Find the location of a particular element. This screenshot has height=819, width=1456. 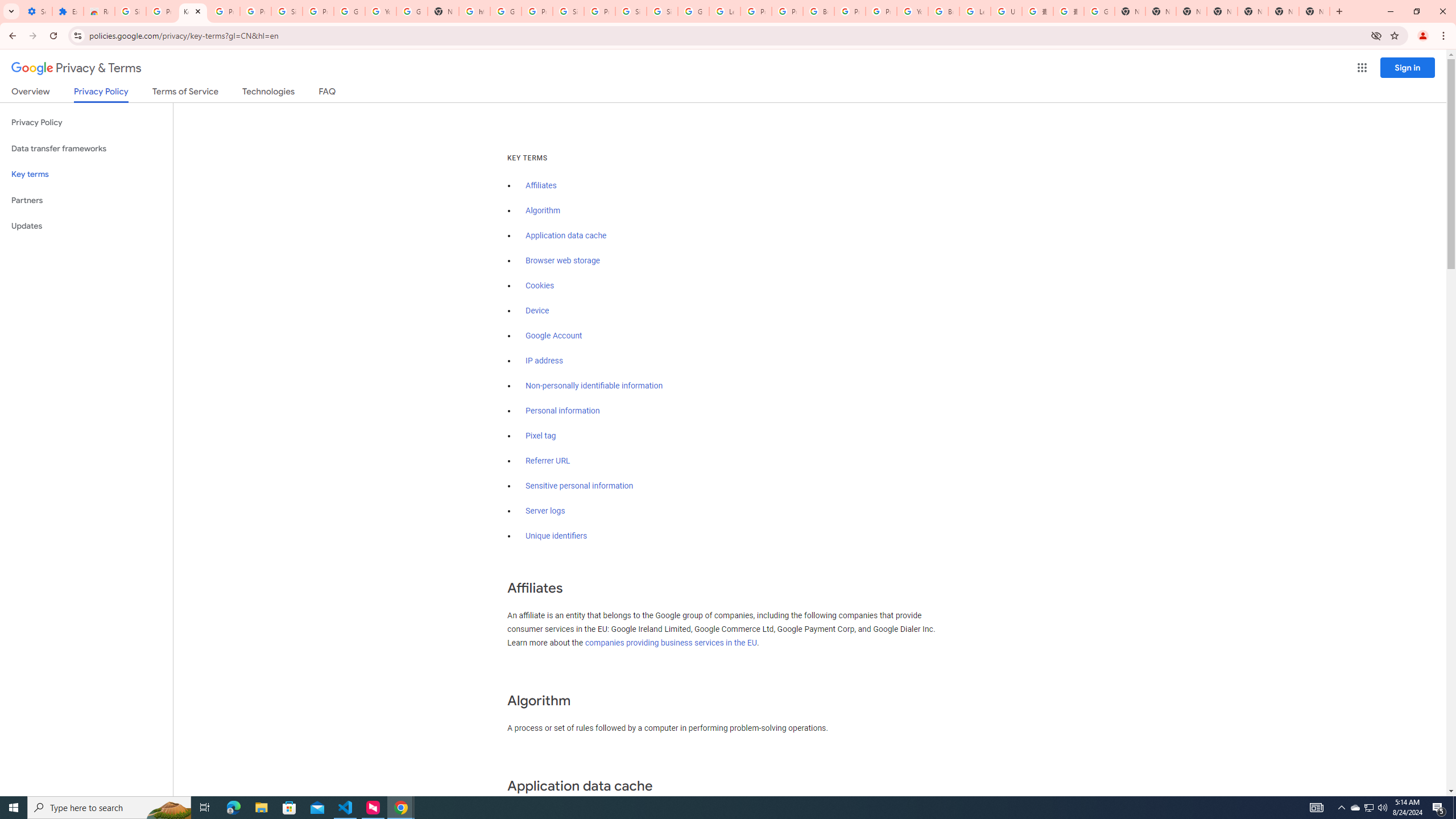

'Google Images' is located at coordinates (1099, 11).